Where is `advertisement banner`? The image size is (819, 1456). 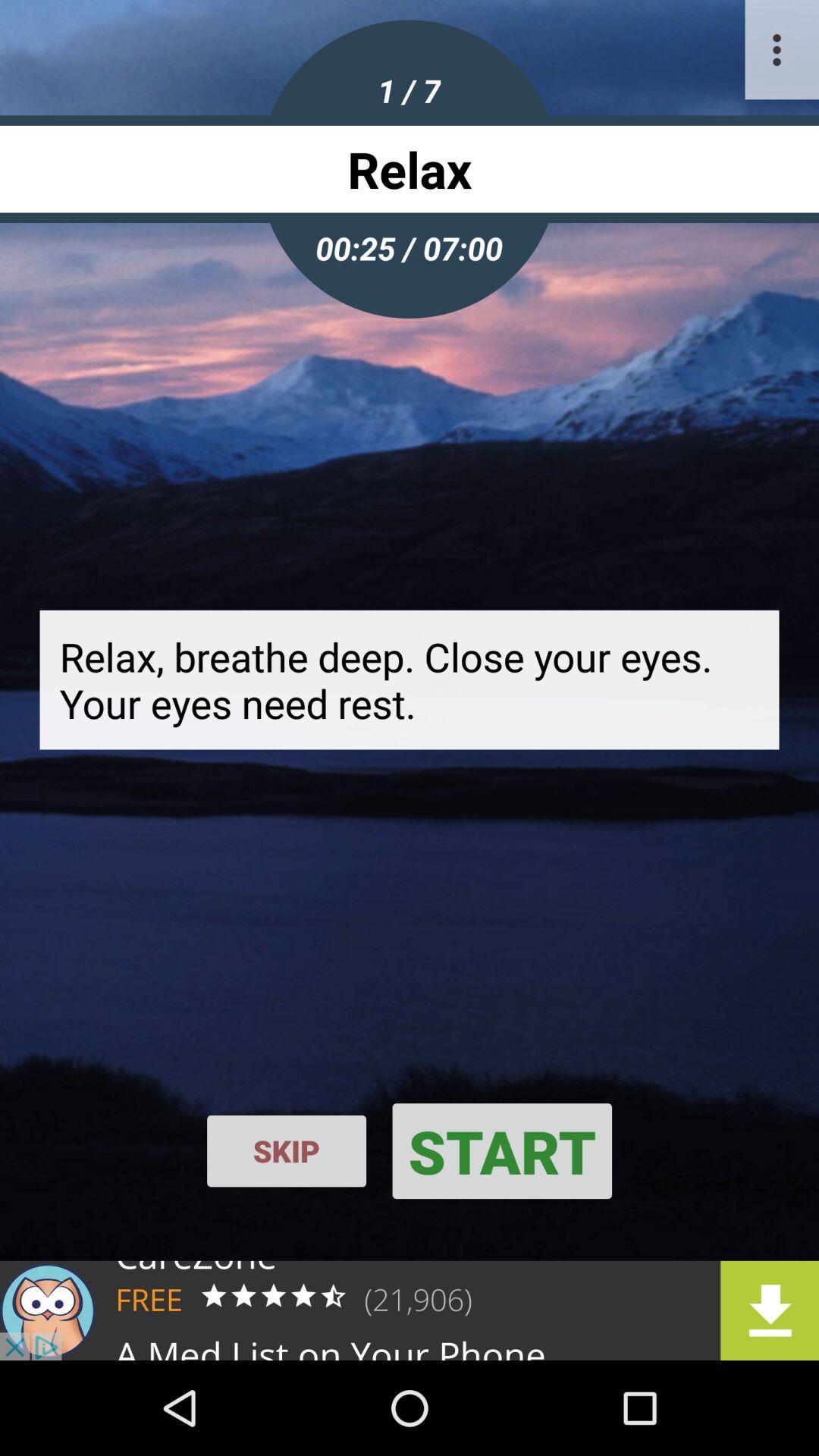
advertisement banner is located at coordinates (409, 1310).